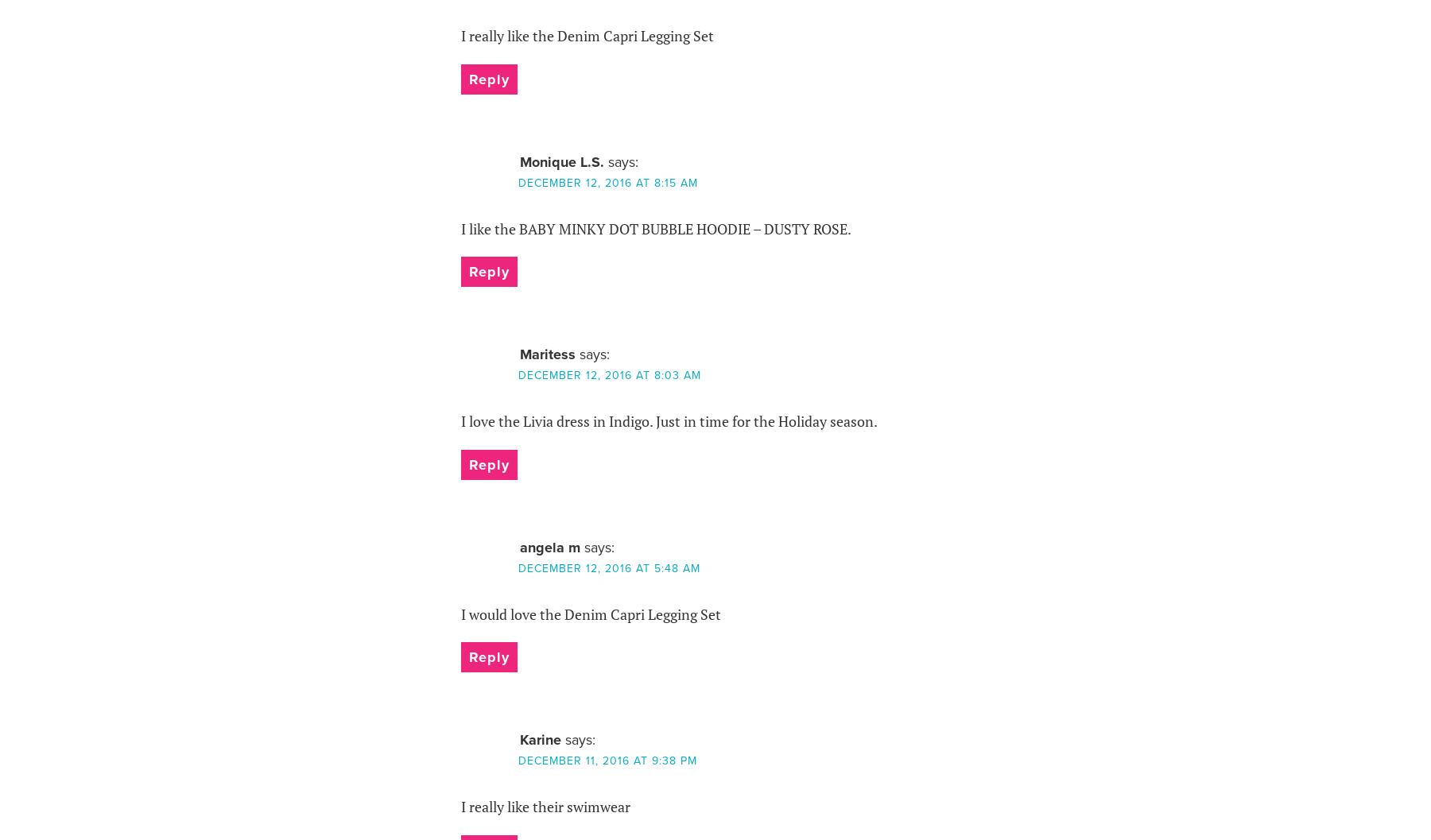  Describe the element at coordinates (668, 420) in the screenshot. I see `'I love the Livia dress in Indigo.  Just in time for the Holiday season.'` at that location.